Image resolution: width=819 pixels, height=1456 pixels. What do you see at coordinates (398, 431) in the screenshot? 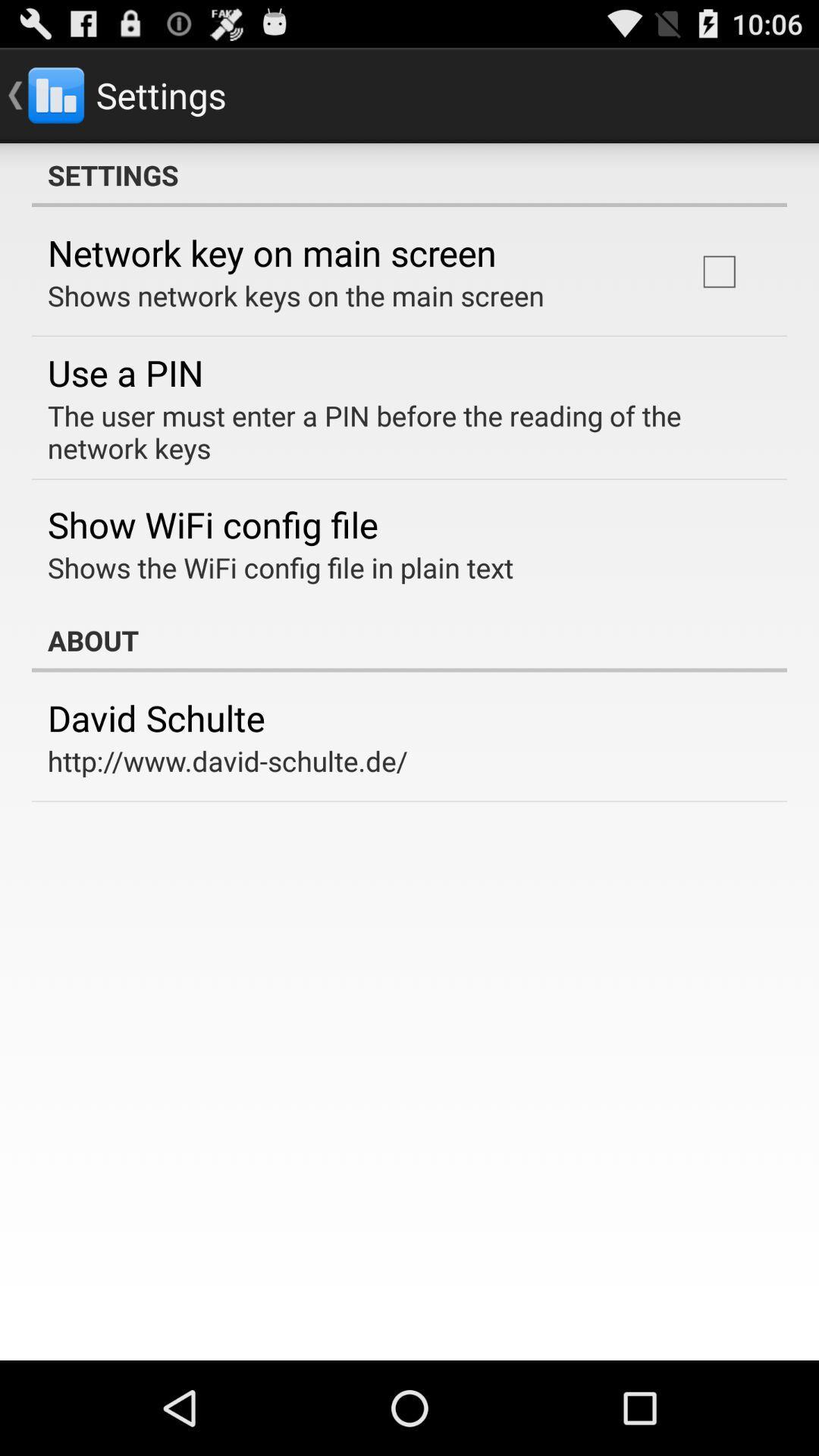
I see `the user must` at bounding box center [398, 431].